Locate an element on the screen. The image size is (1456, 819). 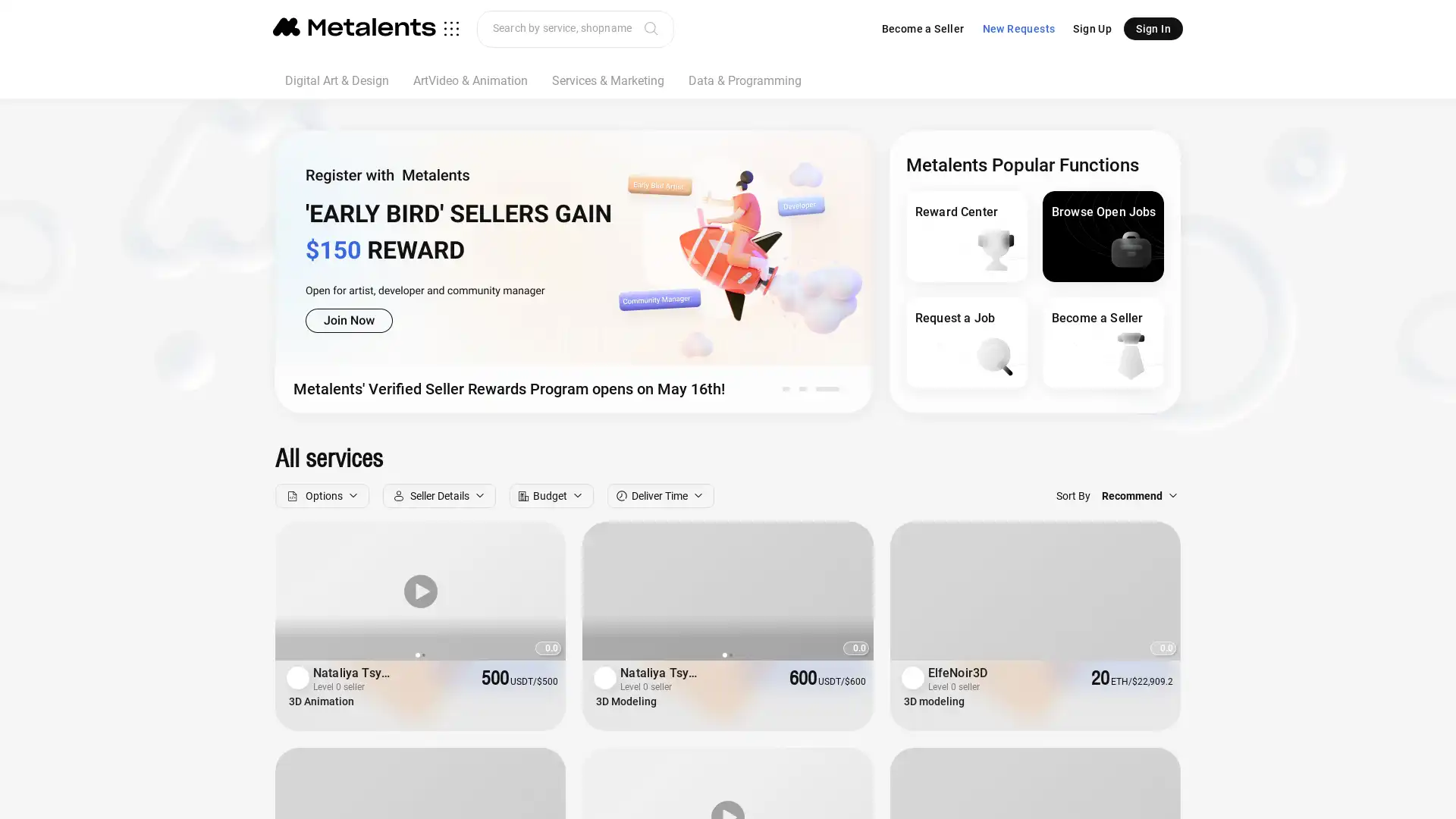
New Requests is located at coordinates (1018, 29).